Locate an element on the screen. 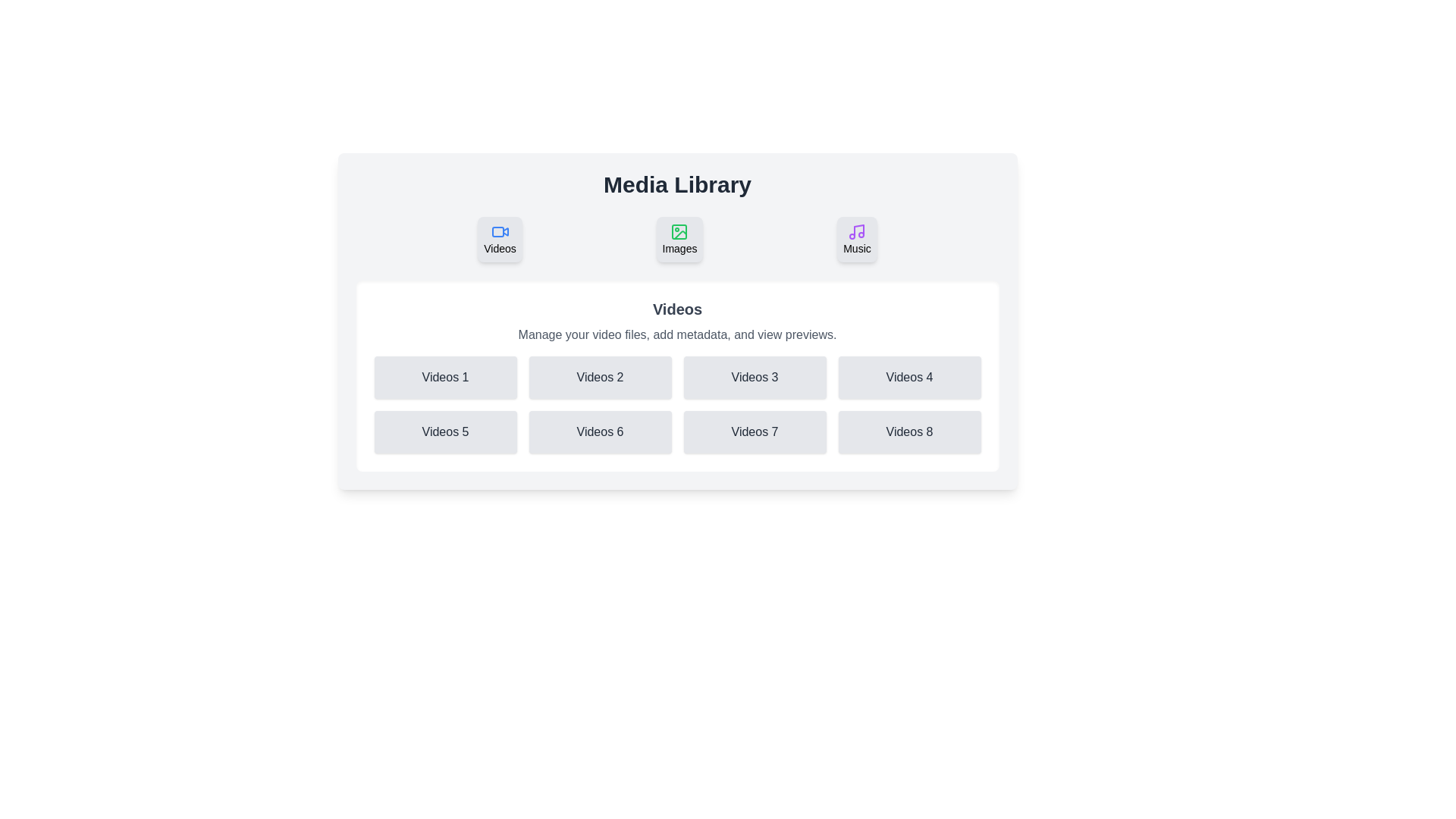 The image size is (1456, 819). the Videos tab to switch views is located at coordinates (500, 239).